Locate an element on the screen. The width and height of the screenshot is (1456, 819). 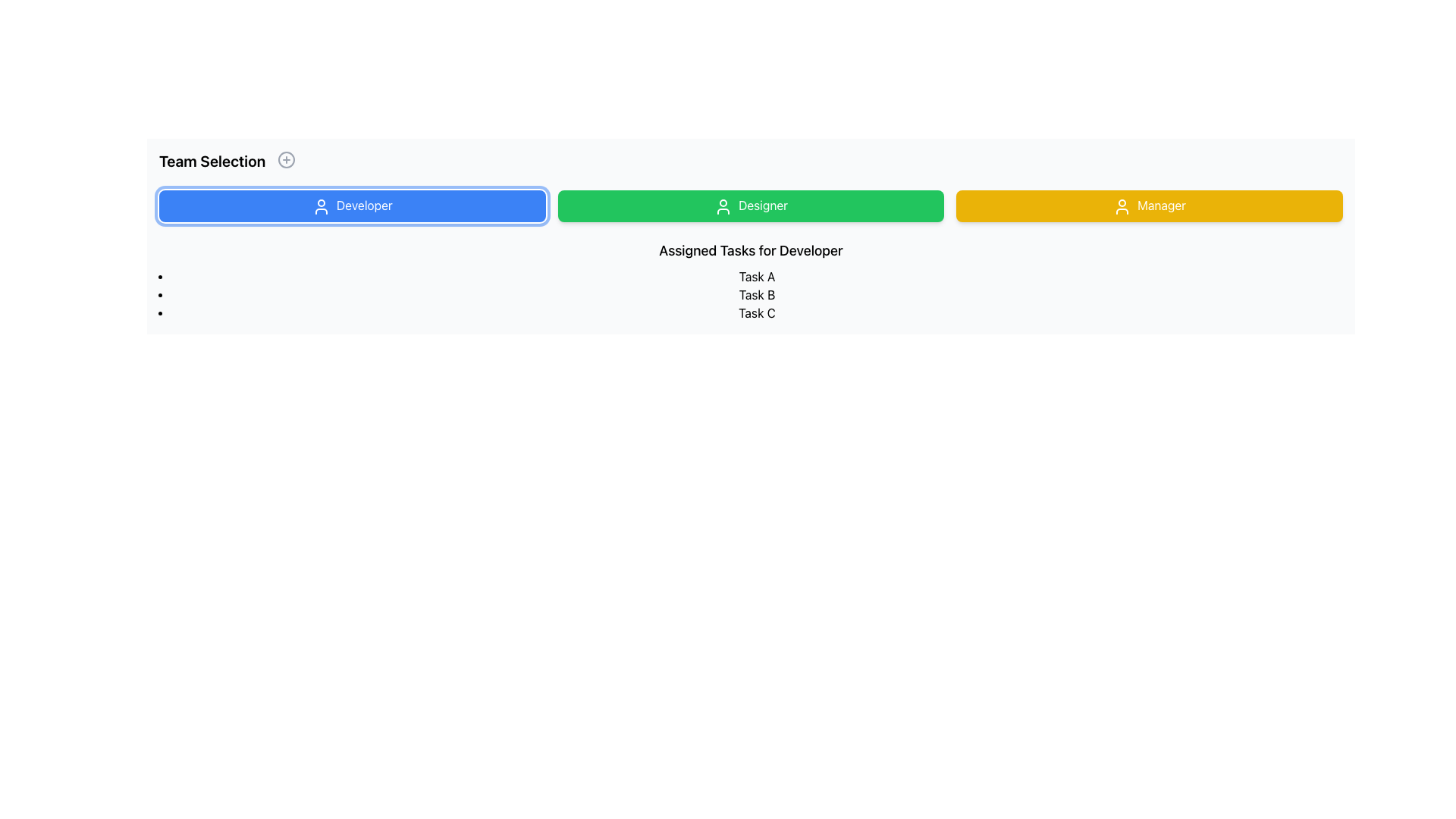
properties of the 'Manager' icon located within the yellow button, which is the third button in a horizontal group of similar buttons is located at coordinates (1122, 206).